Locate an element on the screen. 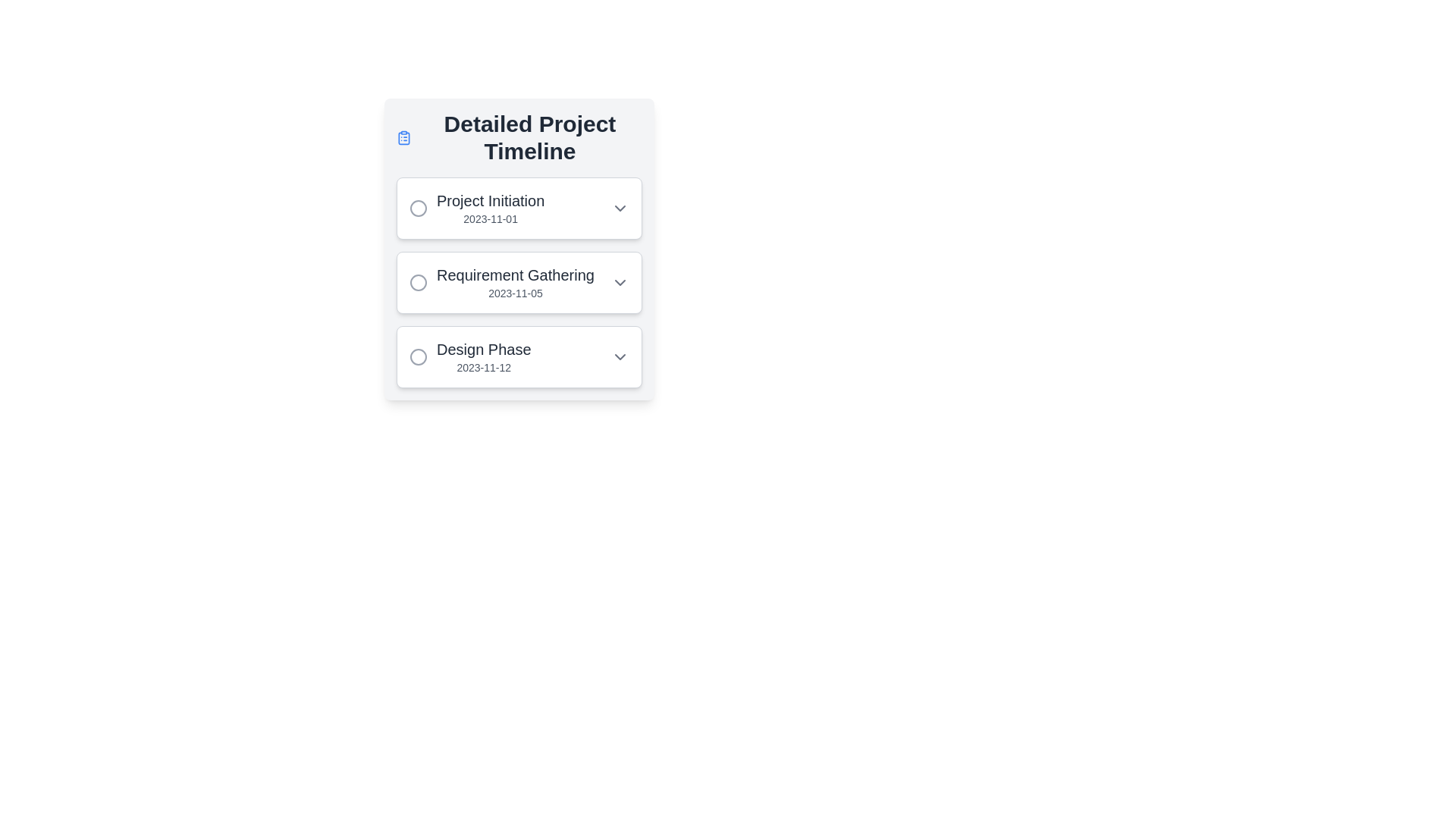  the third list item labeled 'Design Phase' is located at coordinates (469, 356).